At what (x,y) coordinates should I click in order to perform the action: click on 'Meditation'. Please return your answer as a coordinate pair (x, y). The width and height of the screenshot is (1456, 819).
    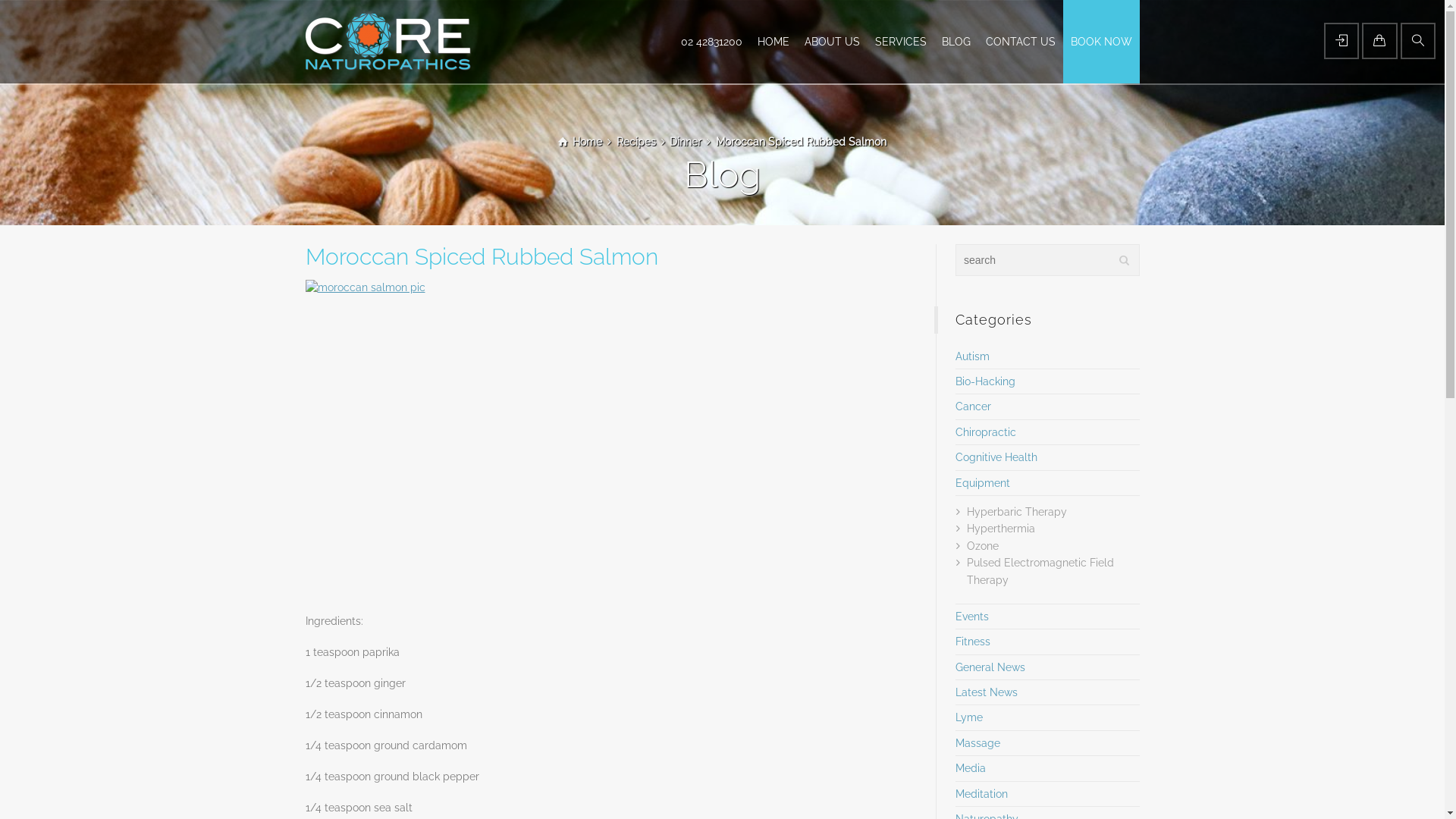
    Looking at the image, I should click on (981, 792).